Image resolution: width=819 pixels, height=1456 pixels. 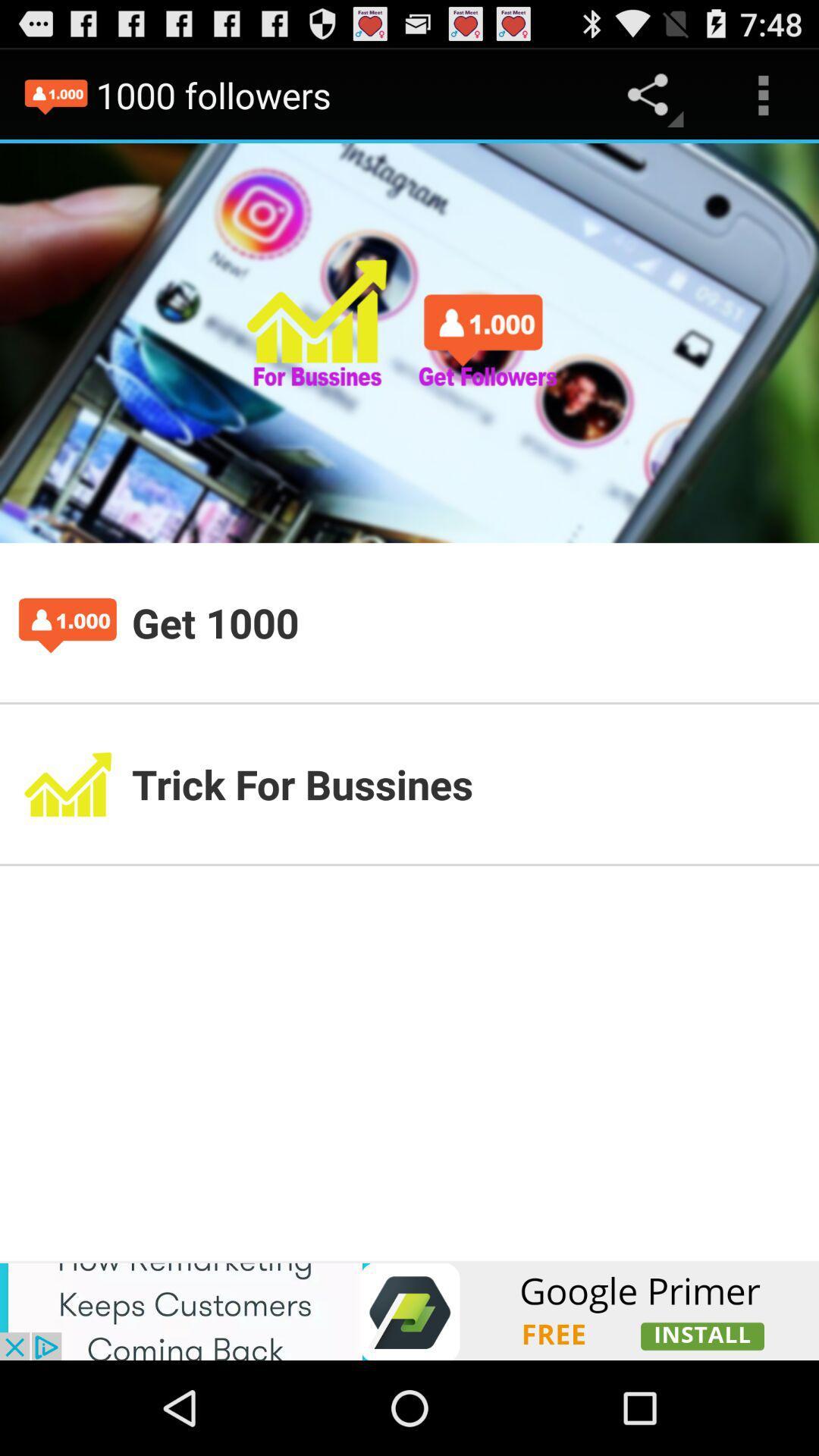 I want to click on adverts, so click(x=409, y=1310).